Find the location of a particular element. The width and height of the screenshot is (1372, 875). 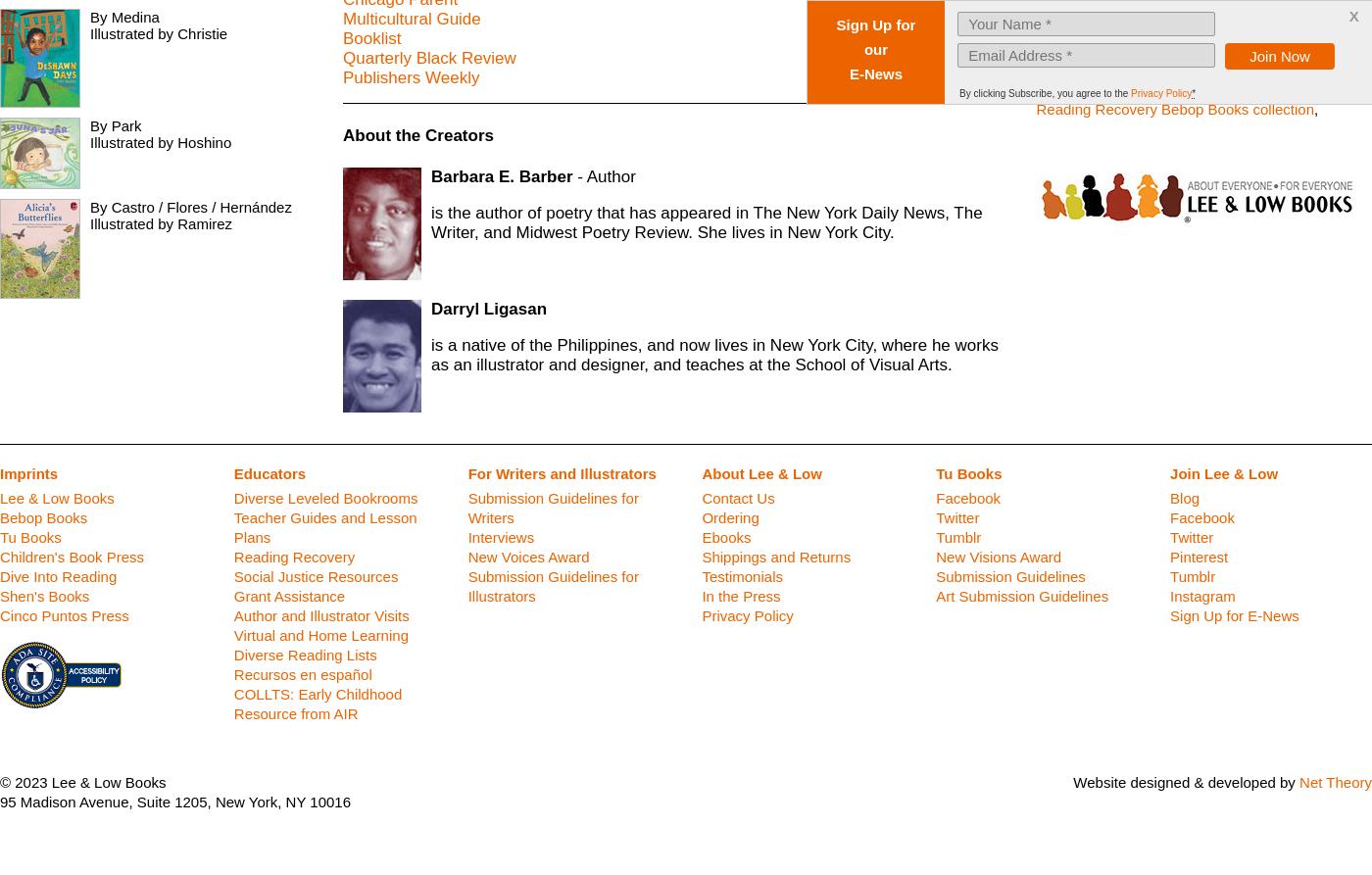

'Ebooks' is located at coordinates (726, 536).